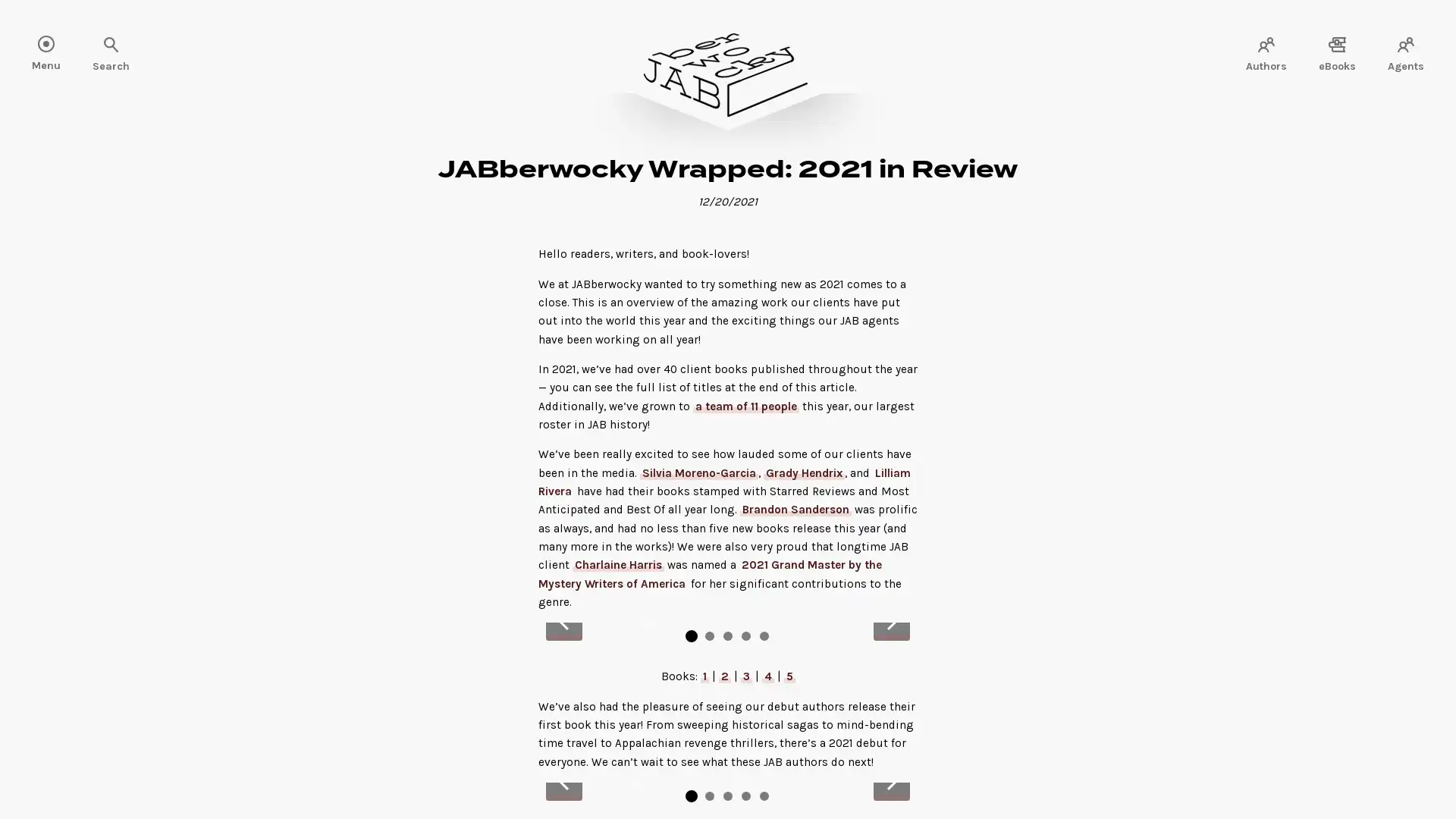 The image size is (1456, 819). What do you see at coordinates (728, 636) in the screenshot?
I see `Go to slide 3` at bounding box center [728, 636].